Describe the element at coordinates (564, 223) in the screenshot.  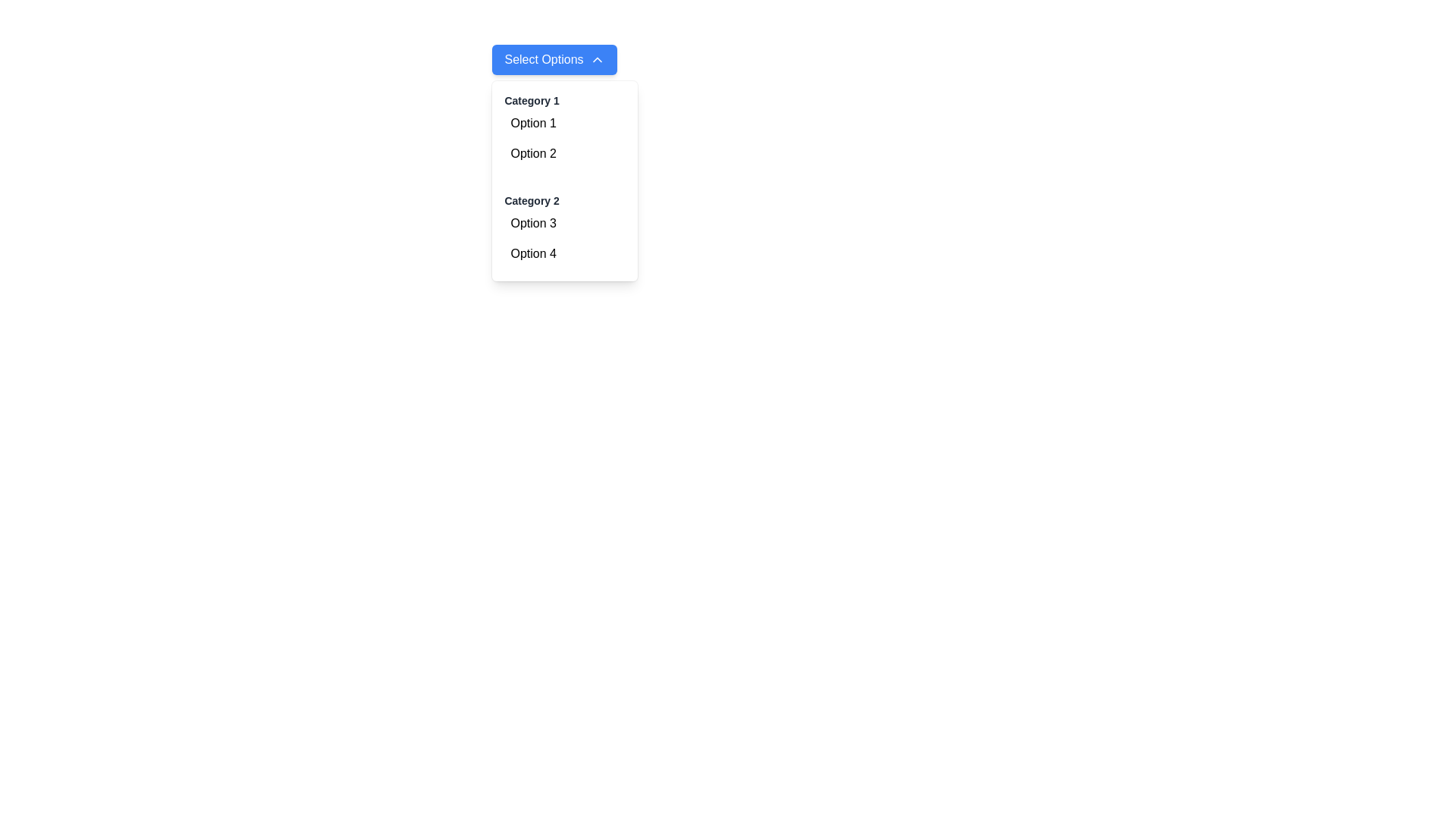
I see `the selectable item labeled 'Option 3' in the dropdown menu under 'Category 2'` at that location.